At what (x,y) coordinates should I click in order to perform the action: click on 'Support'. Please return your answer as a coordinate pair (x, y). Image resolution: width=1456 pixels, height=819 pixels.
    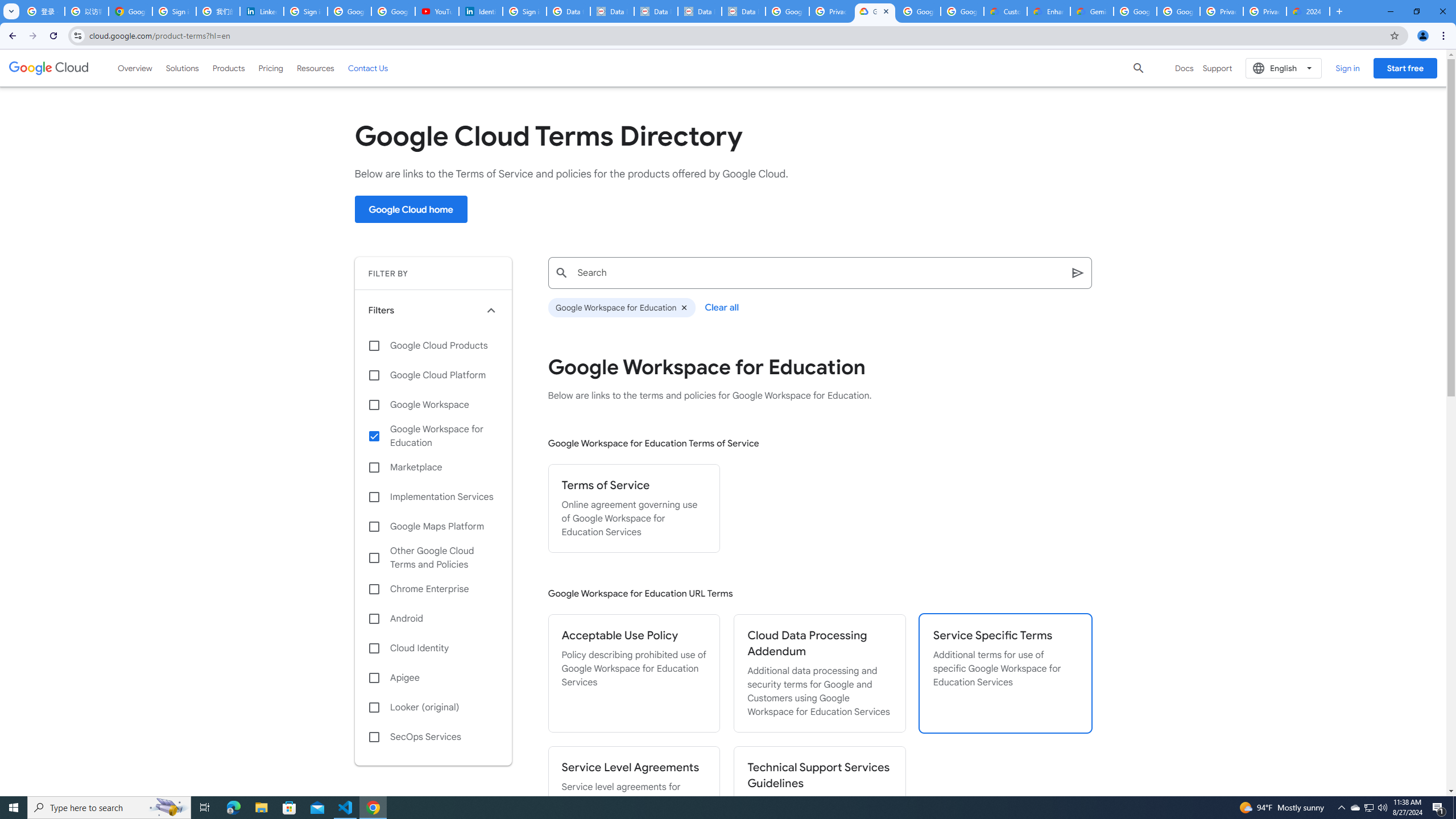
    Looking at the image, I should click on (1217, 67).